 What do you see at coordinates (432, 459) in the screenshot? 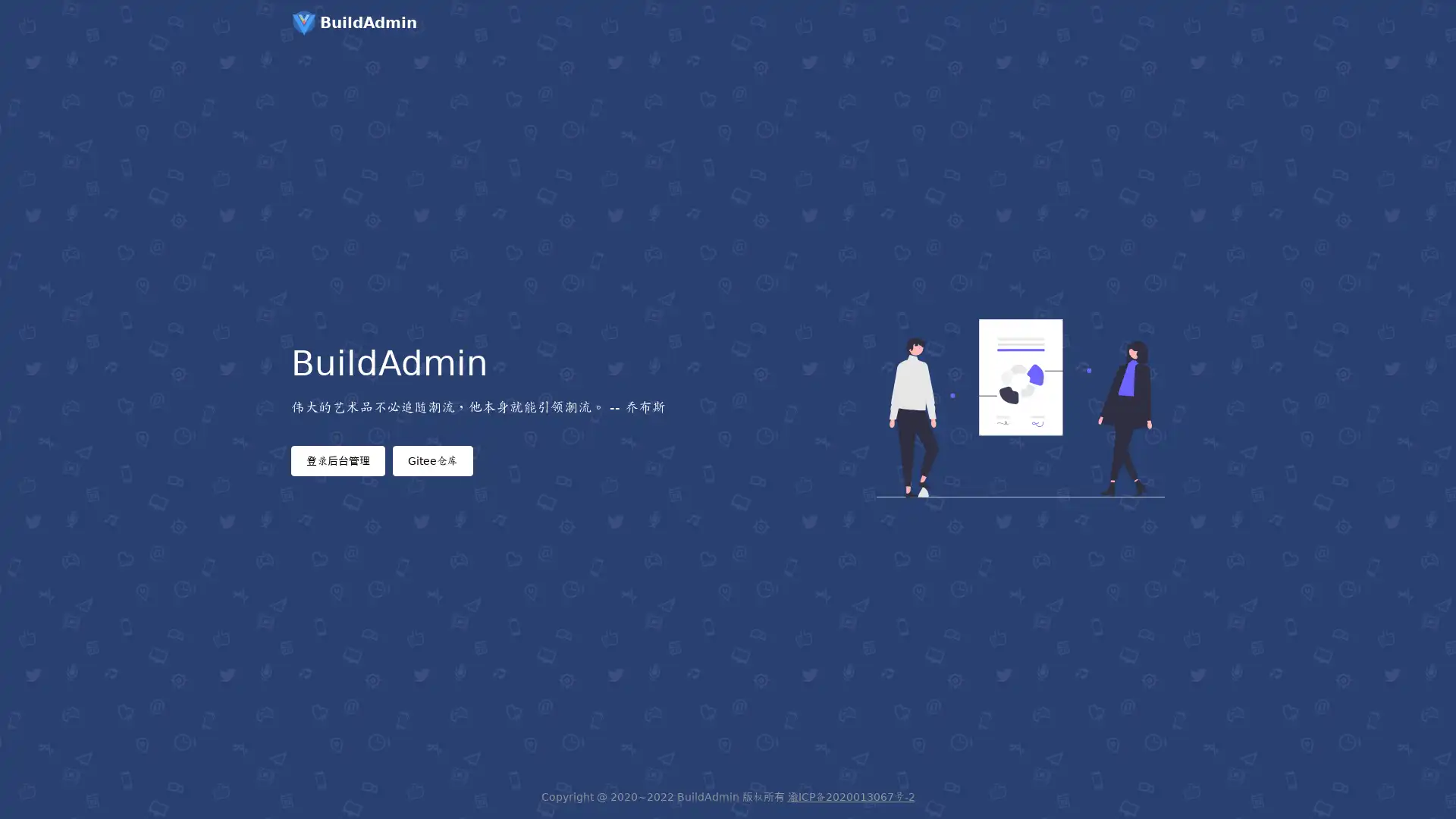
I see `Gitee` at bounding box center [432, 459].